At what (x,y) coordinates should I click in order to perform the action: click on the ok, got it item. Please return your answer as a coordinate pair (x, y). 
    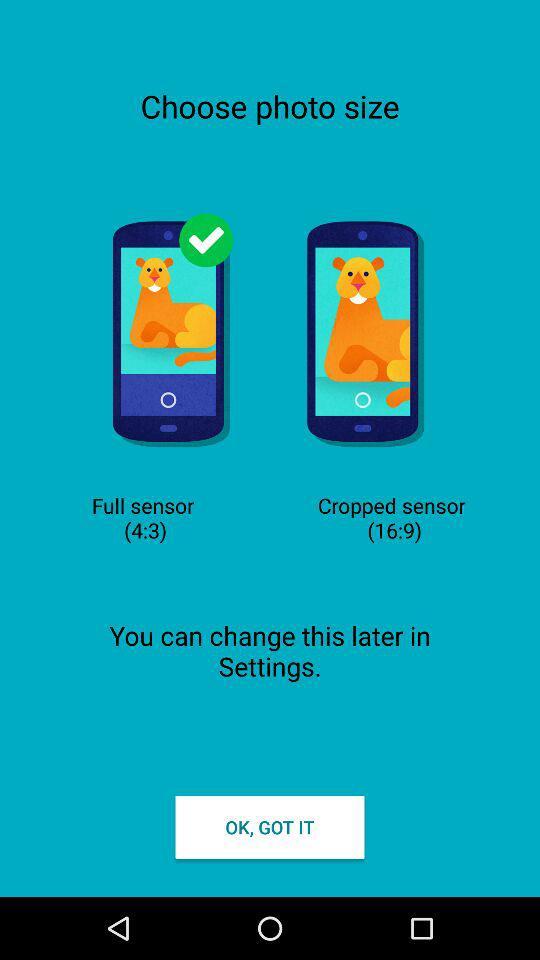
    Looking at the image, I should click on (270, 827).